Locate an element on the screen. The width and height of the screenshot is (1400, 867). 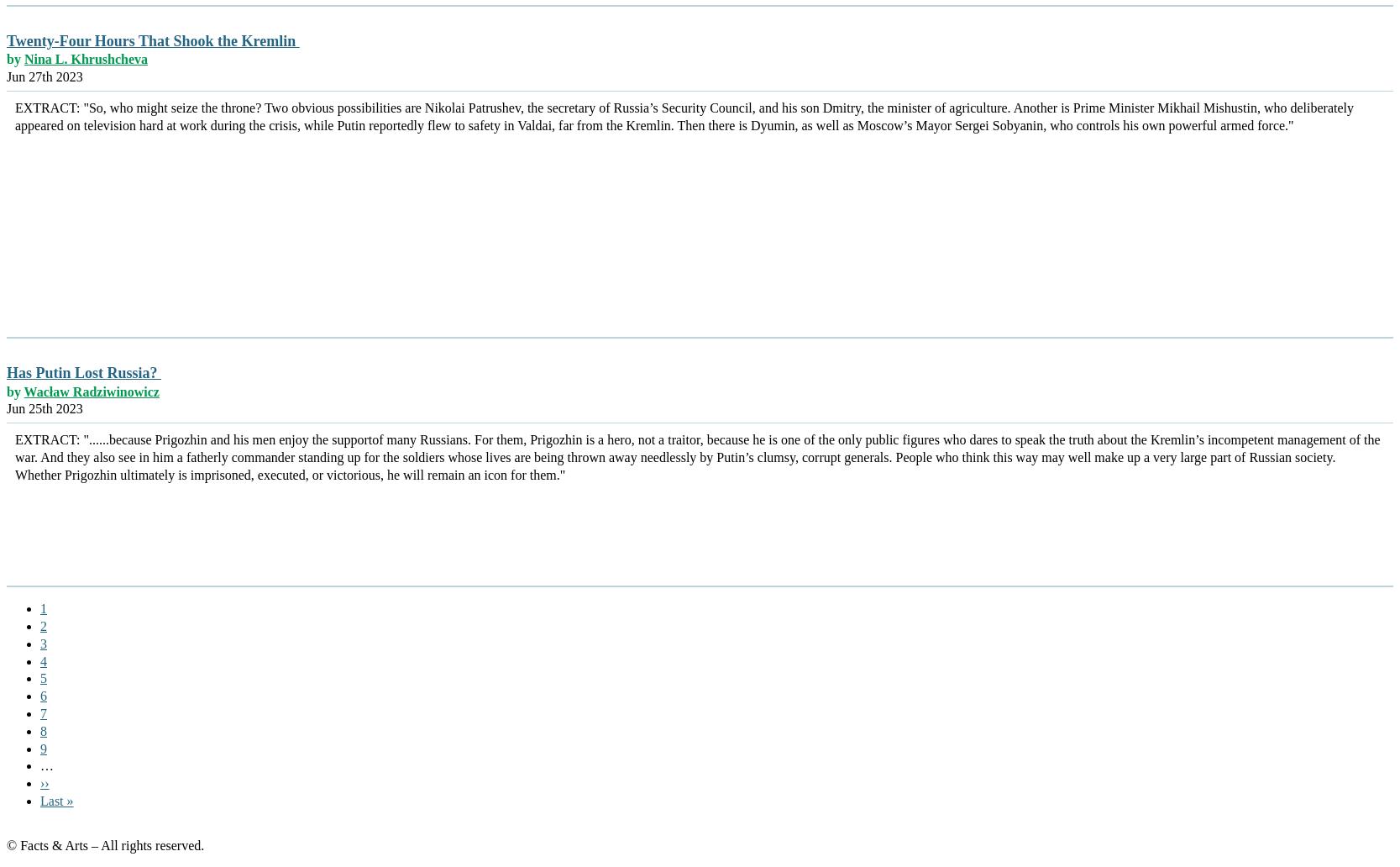
'Has Putin Lost Russia?' is located at coordinates (7, 371).